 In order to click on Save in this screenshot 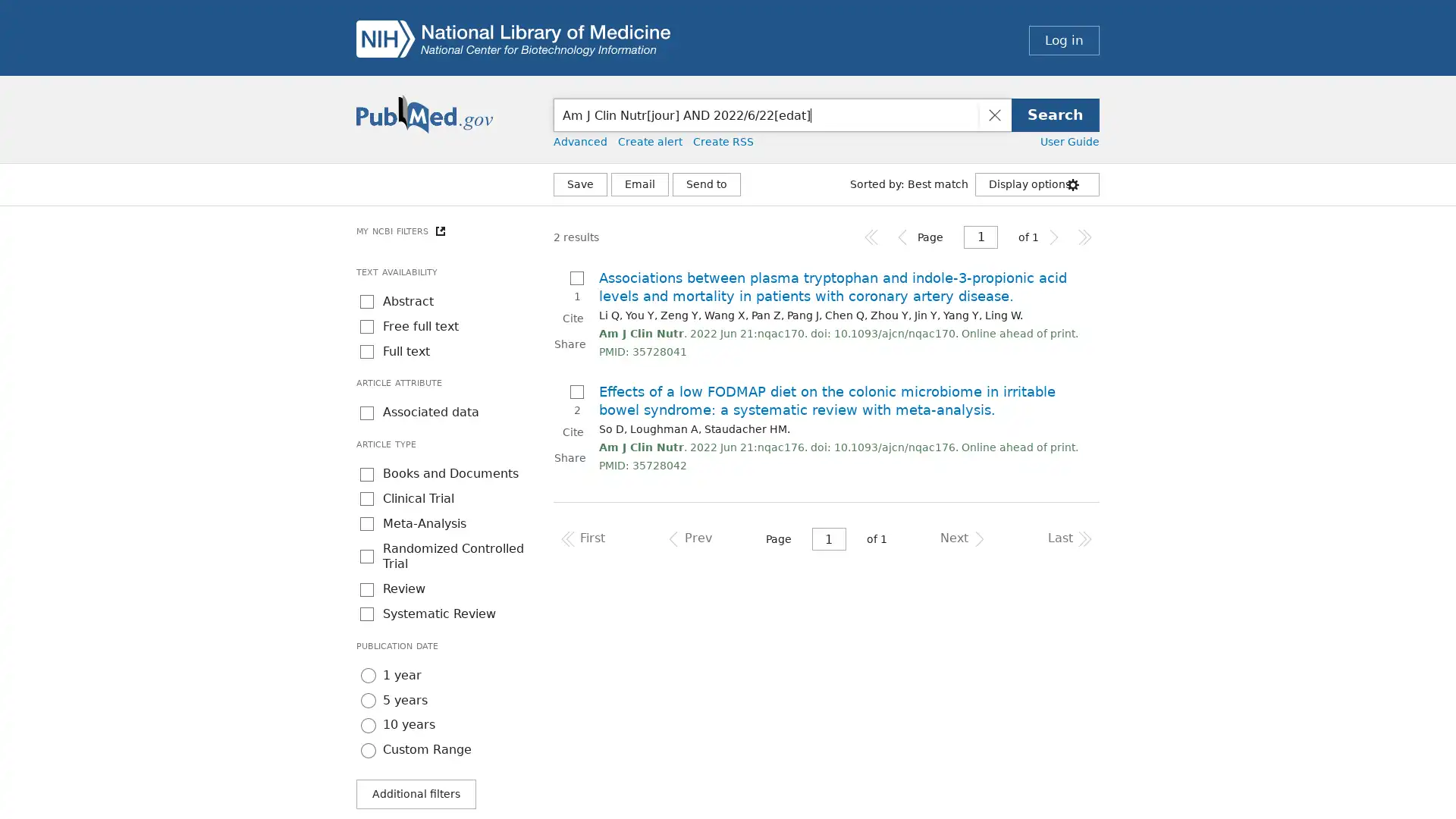, I will do `click(579, 184)`.